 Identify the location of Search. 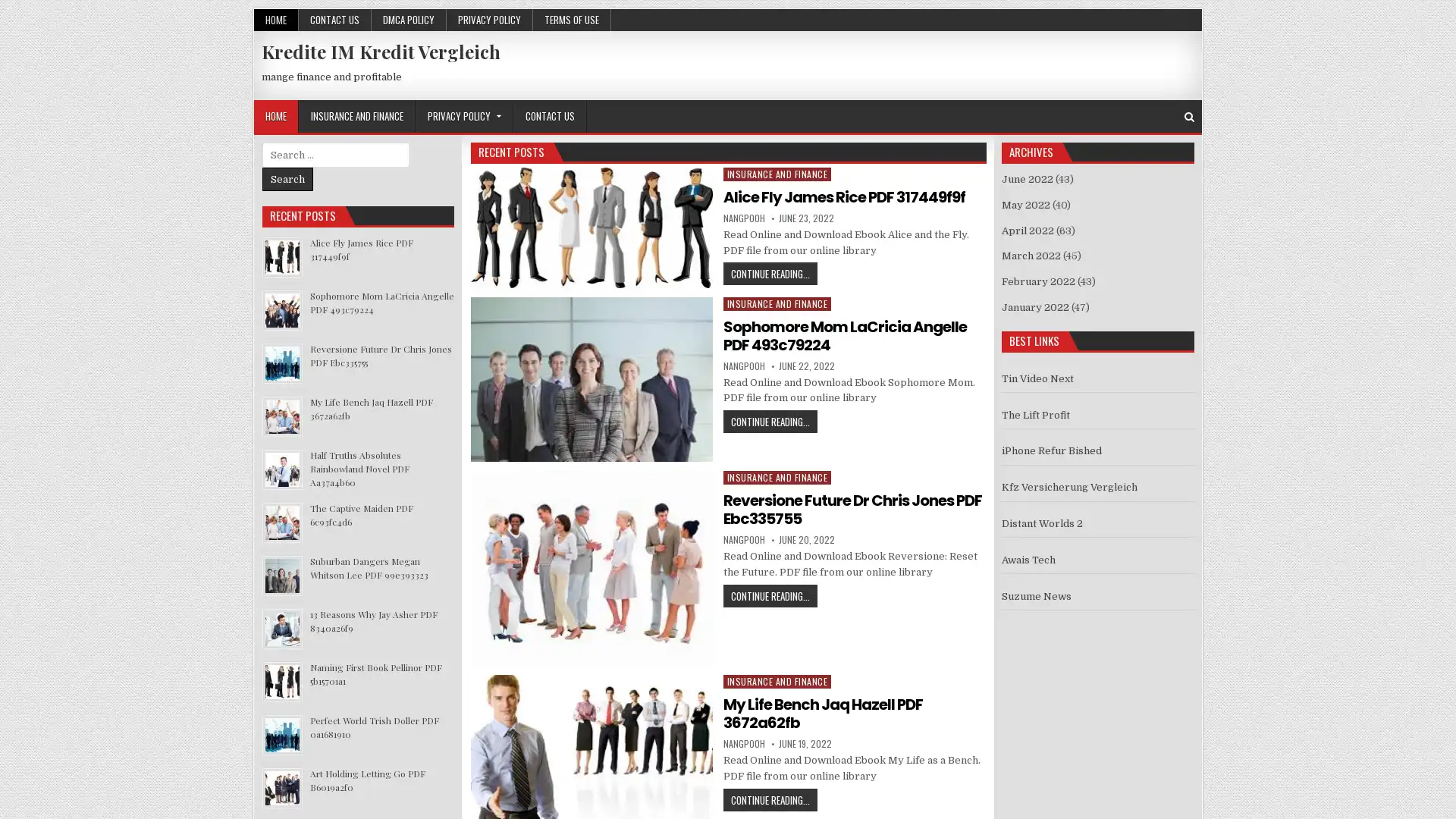
(287, 178).